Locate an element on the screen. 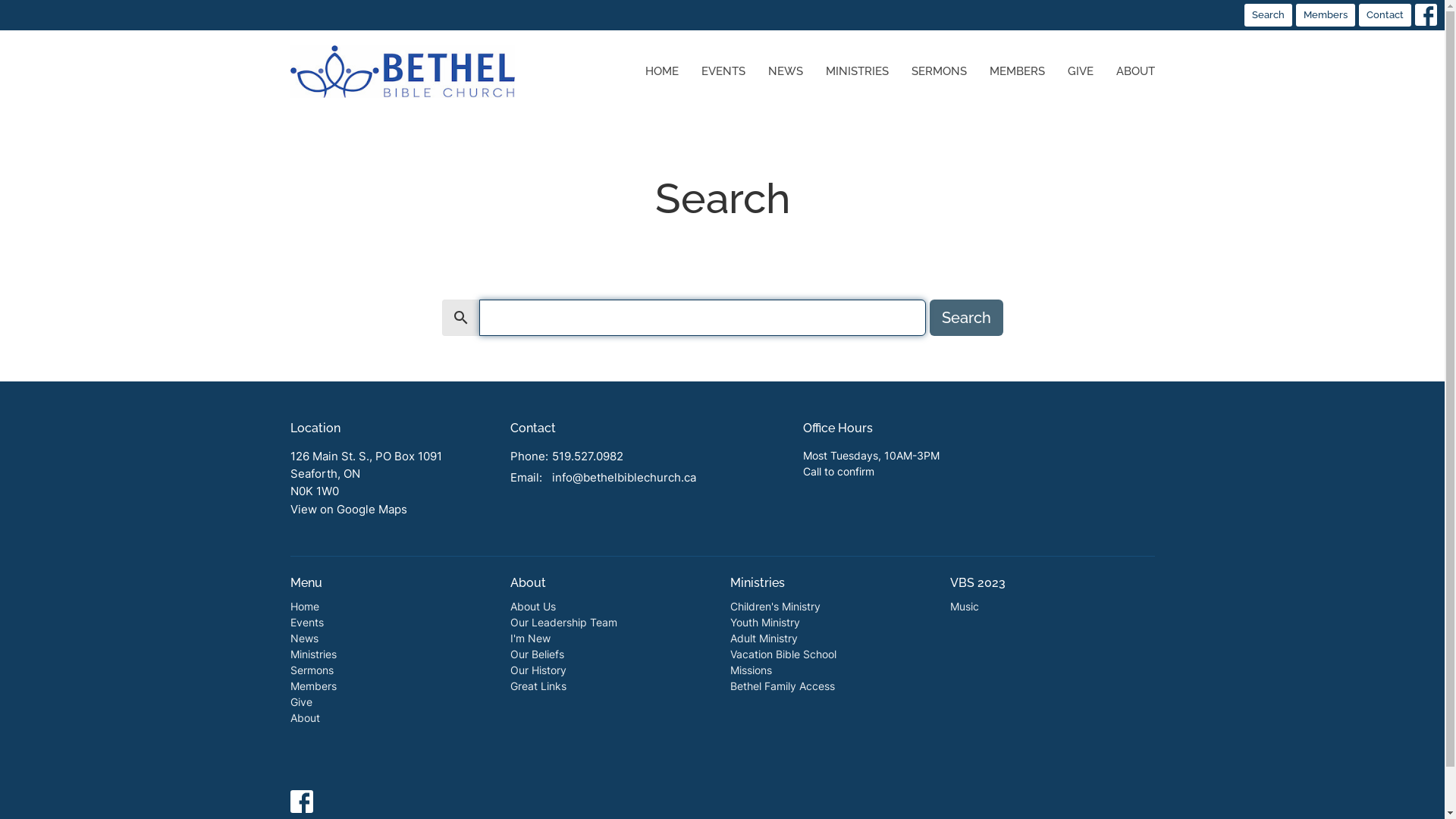 The image size is (1456, 819). 'I'm New' is located at coordinates (529, 638).